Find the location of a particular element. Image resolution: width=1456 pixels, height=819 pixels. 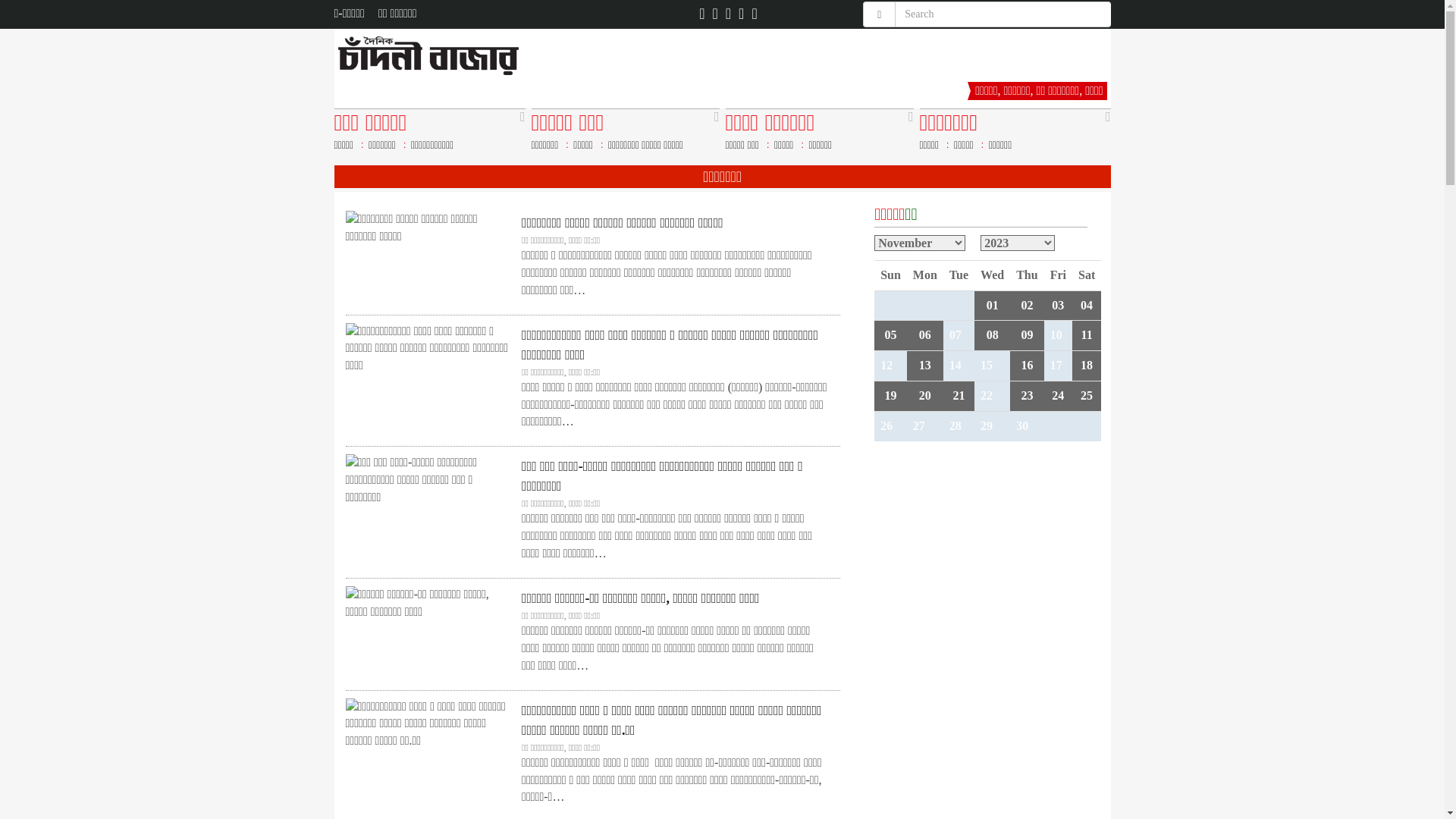

'09' is located at coordinates (1026, 334).